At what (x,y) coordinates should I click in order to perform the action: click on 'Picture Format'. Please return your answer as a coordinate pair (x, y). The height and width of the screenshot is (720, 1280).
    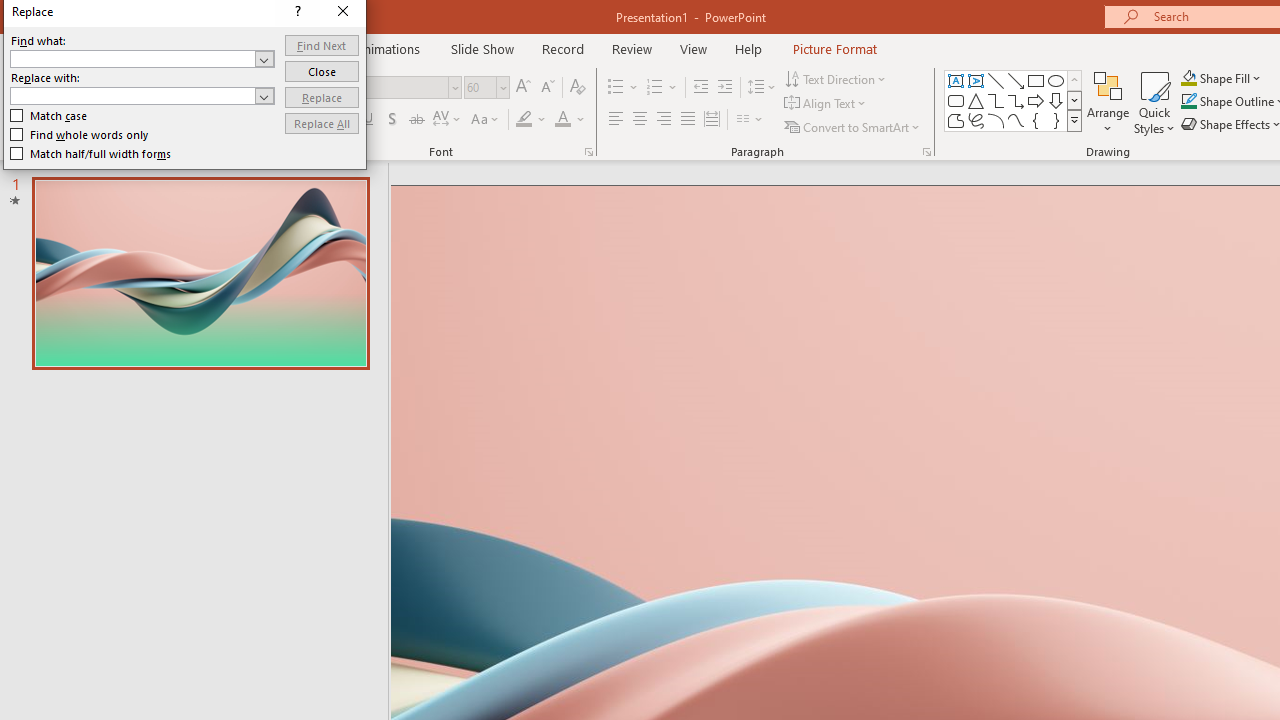
    Looking at the image, I should click on (835, 48).